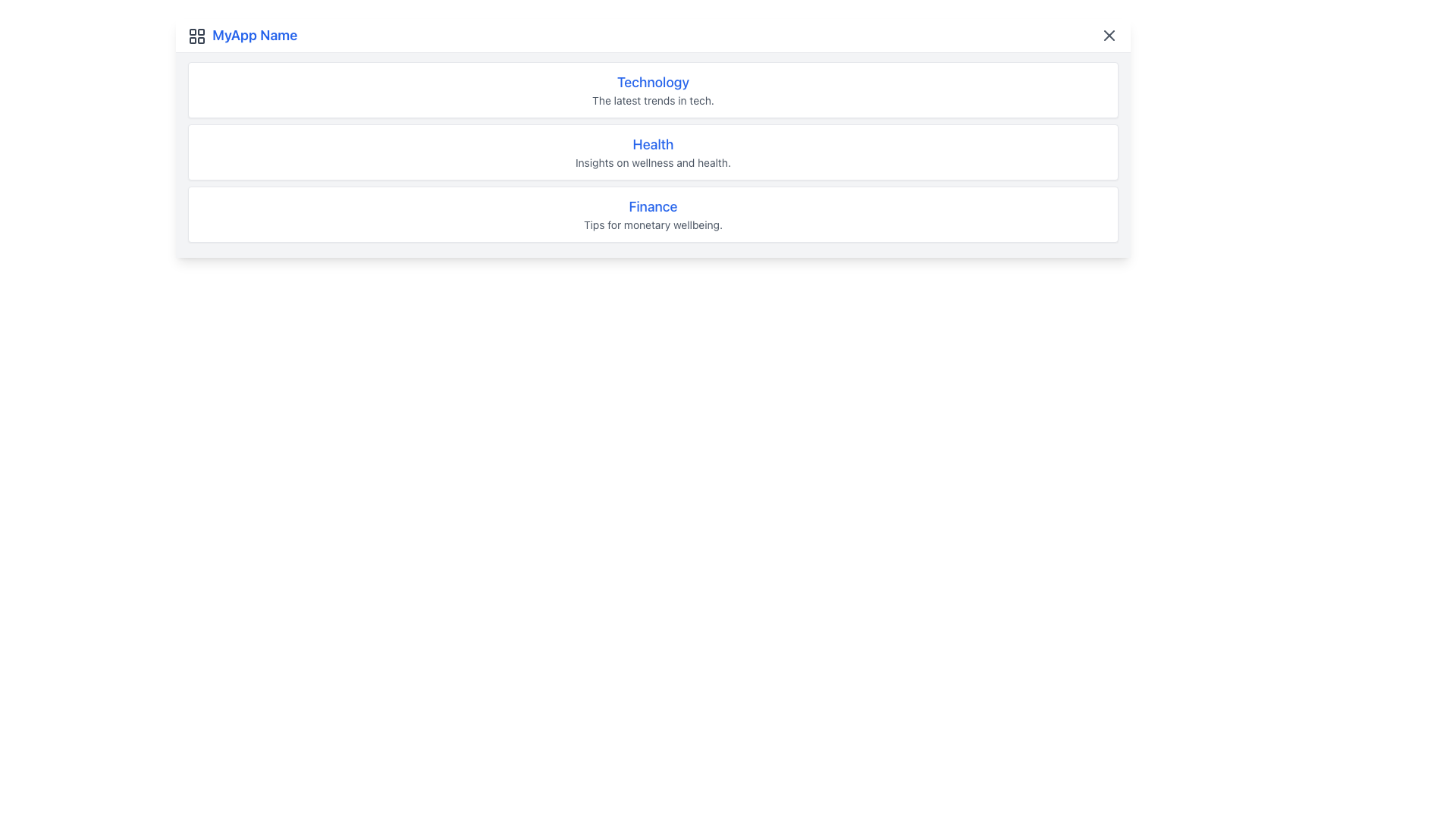 The image size is (1456, 819). Describe the element at coordinates (653, 90) in the screenshot. I see `text content of the first content card in the vertically stacked list, which introduces the 'Technology' section` at that location.